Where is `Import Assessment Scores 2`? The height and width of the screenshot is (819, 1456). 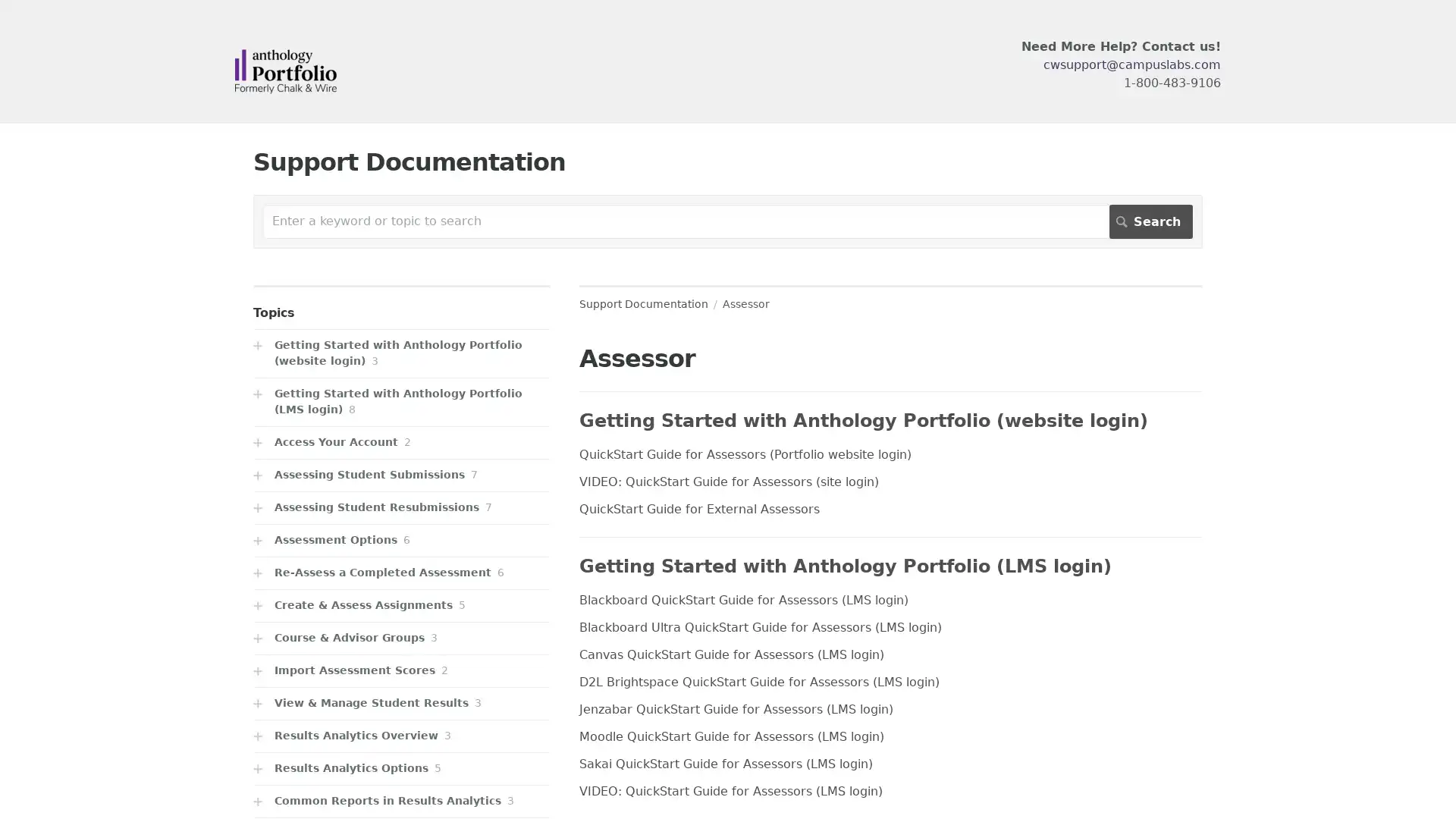
Import Assessment Scores 2 is located at coordinates (401, 670).